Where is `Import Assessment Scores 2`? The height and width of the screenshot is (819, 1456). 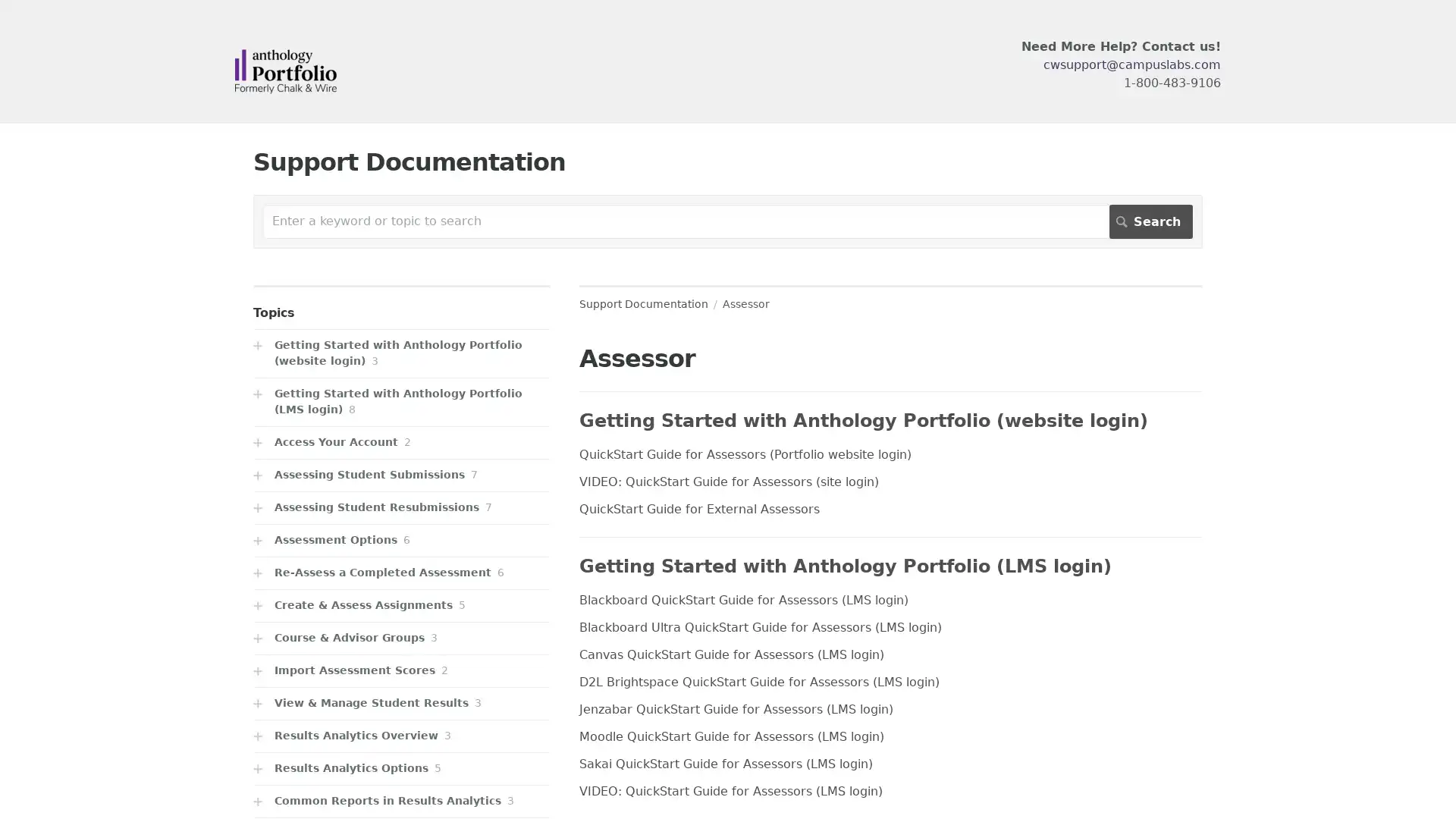
Import Assessment Scores 2 is located at coordinates (401, 670).